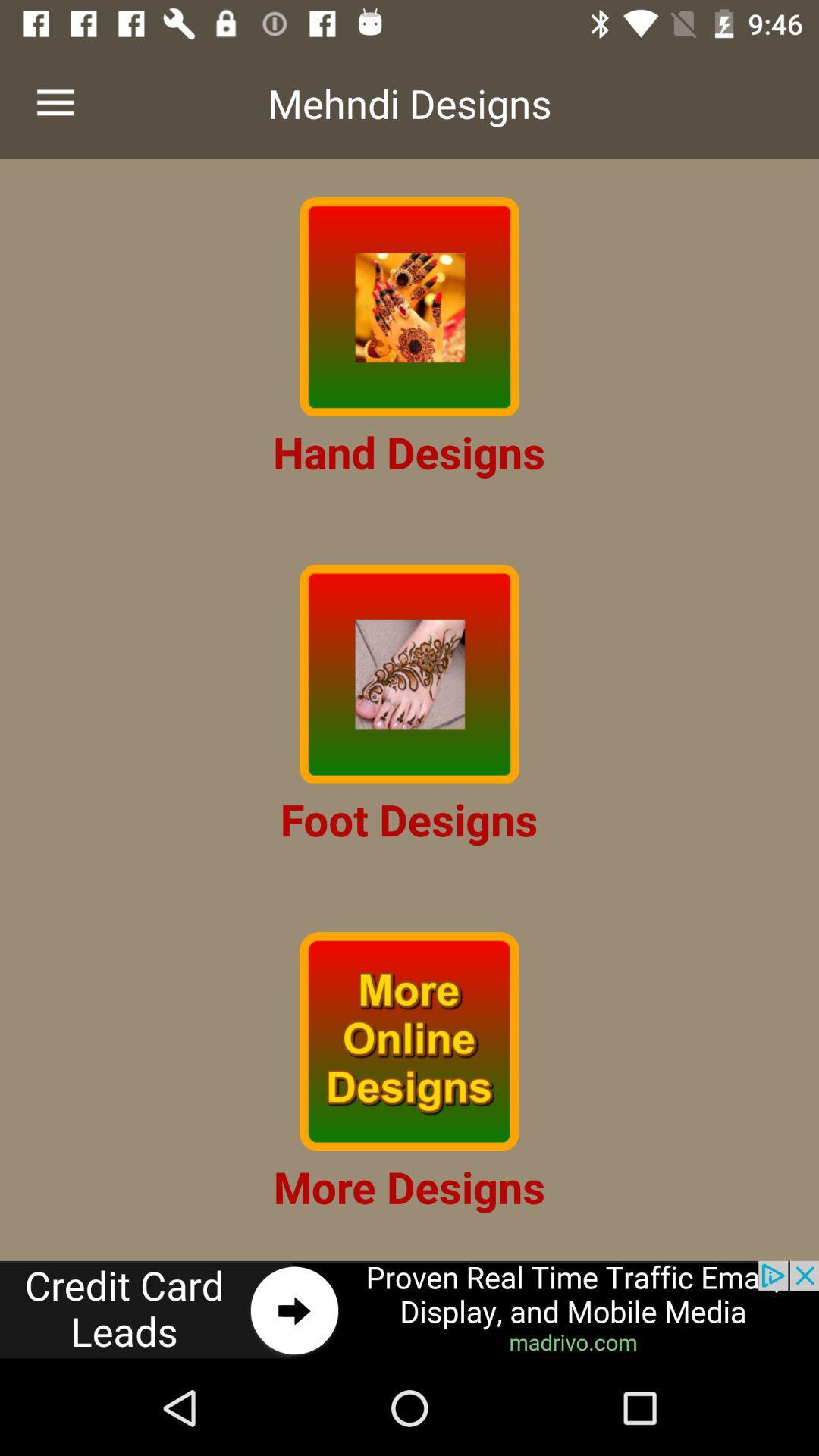  Describe the element at coordinates (409, 1310) in the screenshot. I see `advertisement` at that location.